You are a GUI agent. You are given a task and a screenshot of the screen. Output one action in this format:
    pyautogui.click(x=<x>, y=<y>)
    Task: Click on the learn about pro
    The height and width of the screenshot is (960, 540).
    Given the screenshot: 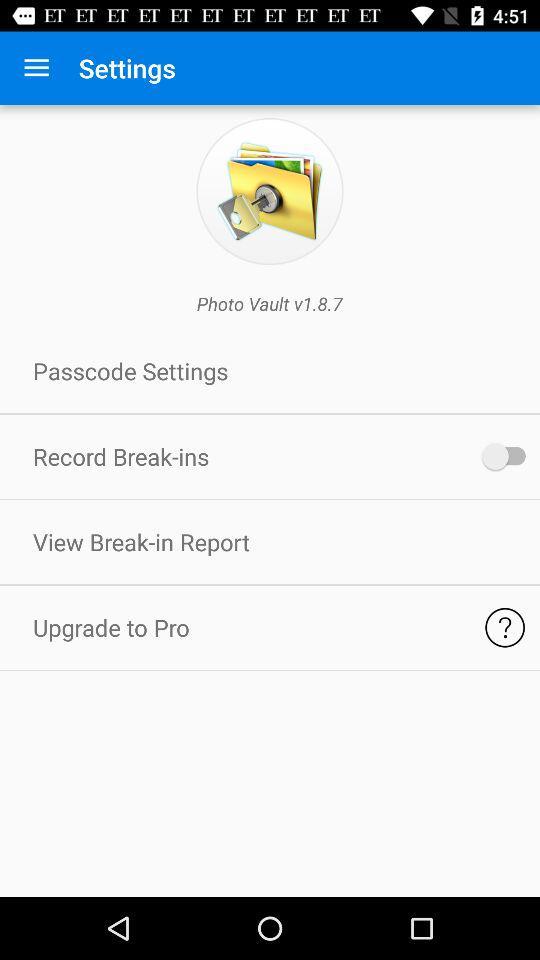 What is the action you would take?
    pyautogui.click(x=504, y=626)
    